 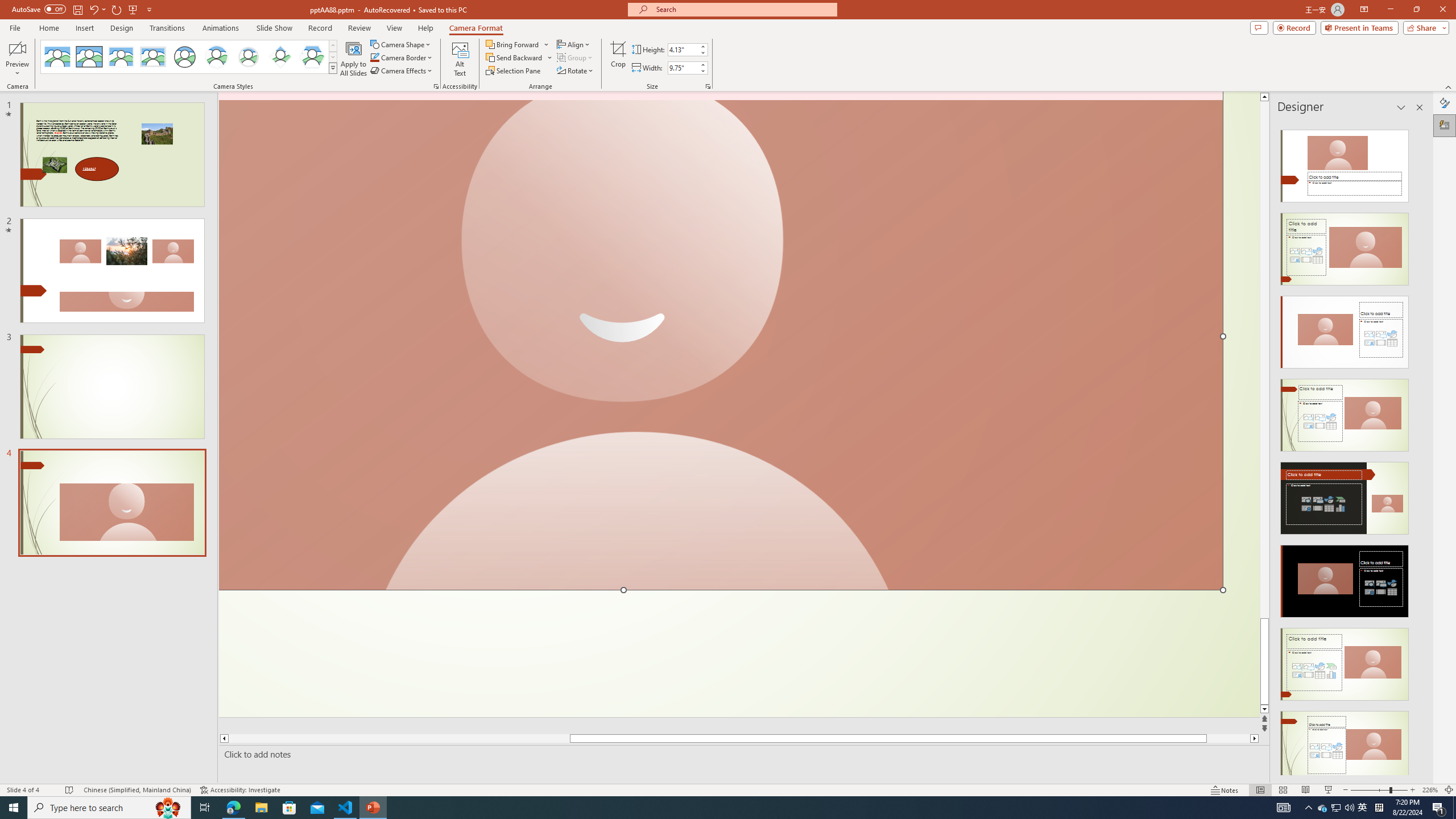 What do you see at coordinates (682, 49) in the screenshot?
I see `'Cameo Height'` at bounding box center [682, 49].